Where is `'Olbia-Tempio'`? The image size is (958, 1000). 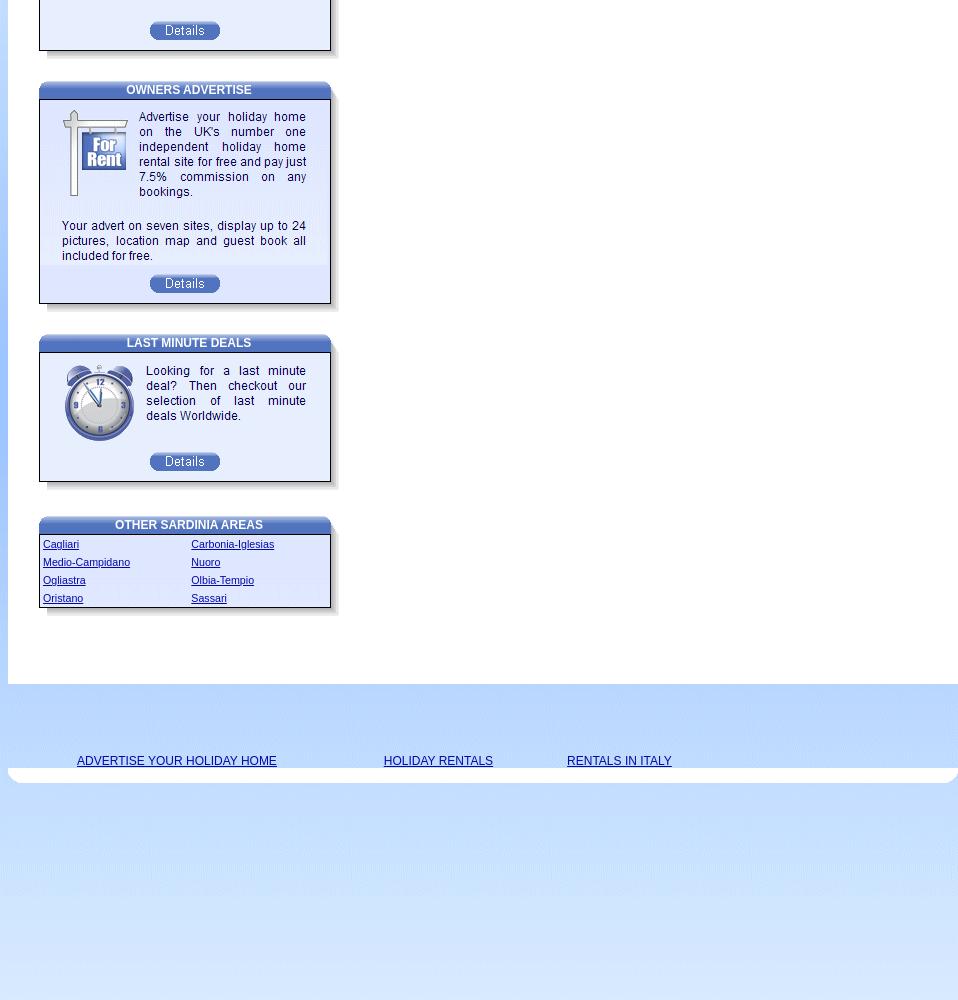
'Olbia-Tempio' is located at coordinates (190, 579).